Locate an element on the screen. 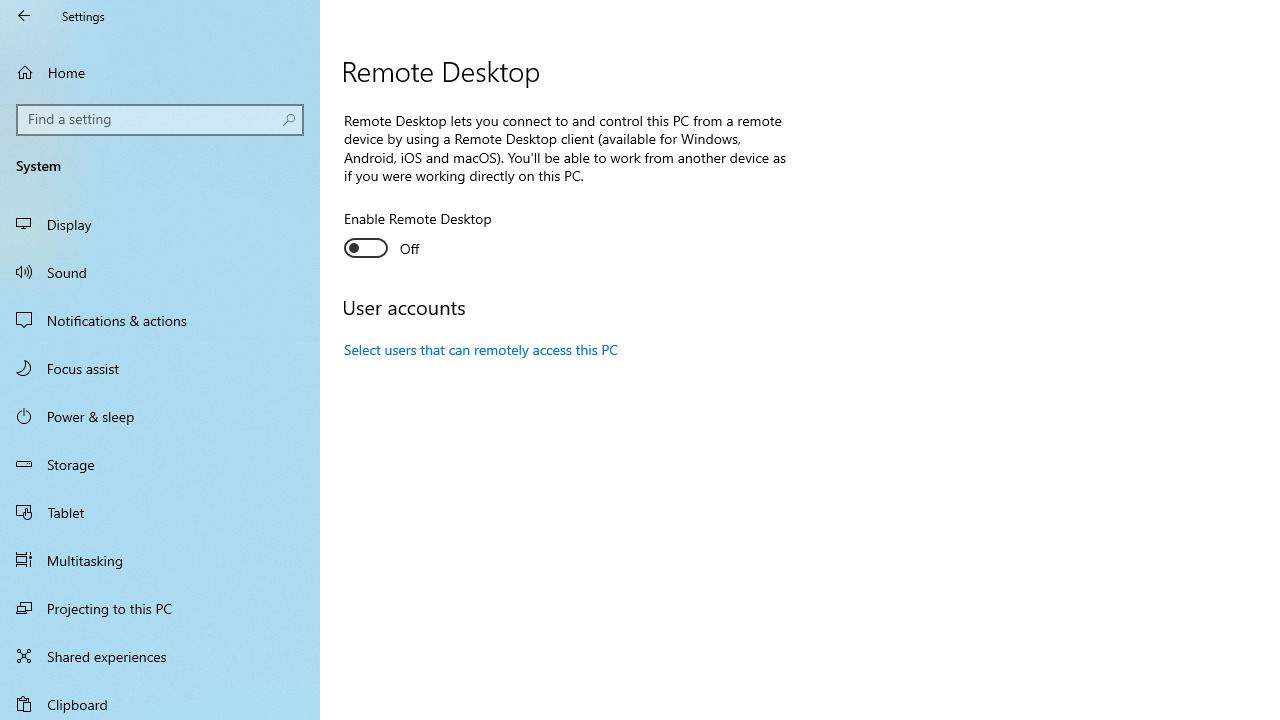 The height and width of the screenshot is (720, 1280). 'Focus assist' is located at coordinates (160, 367).